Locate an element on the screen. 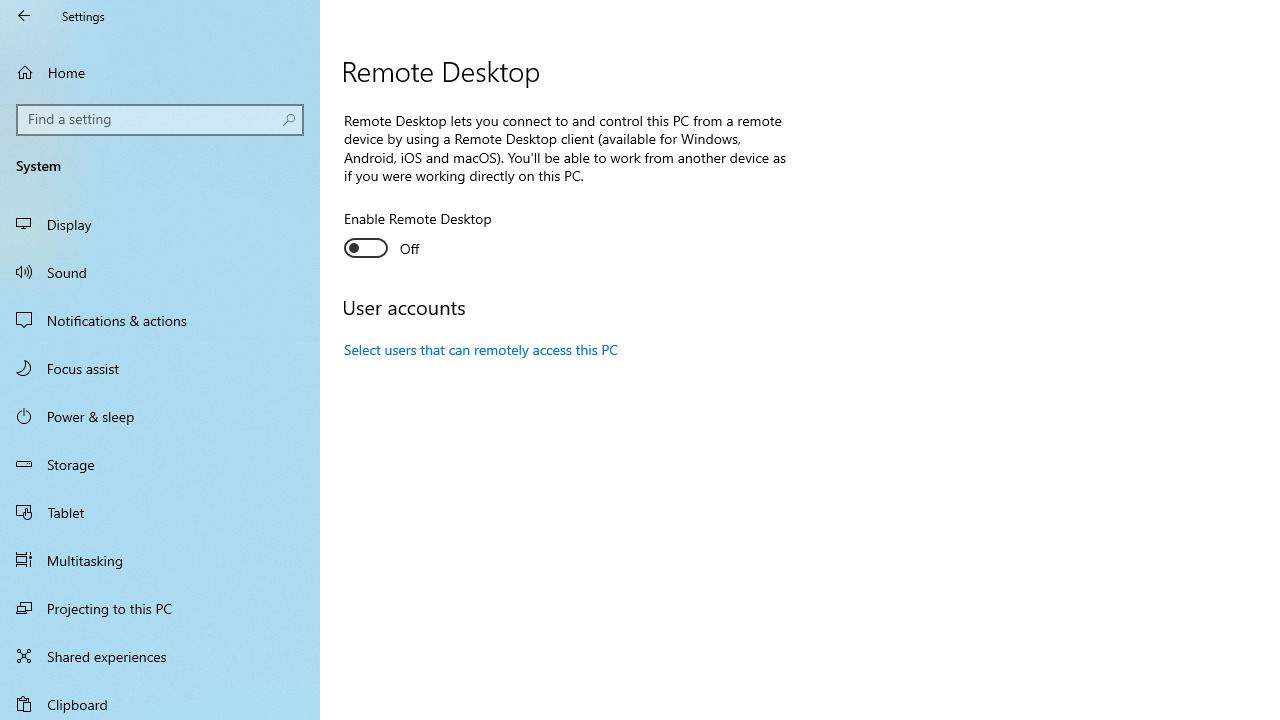 The height and width of the screenshot is (720, 1280). 'Focus assist' is located at coordinates (160, 367).